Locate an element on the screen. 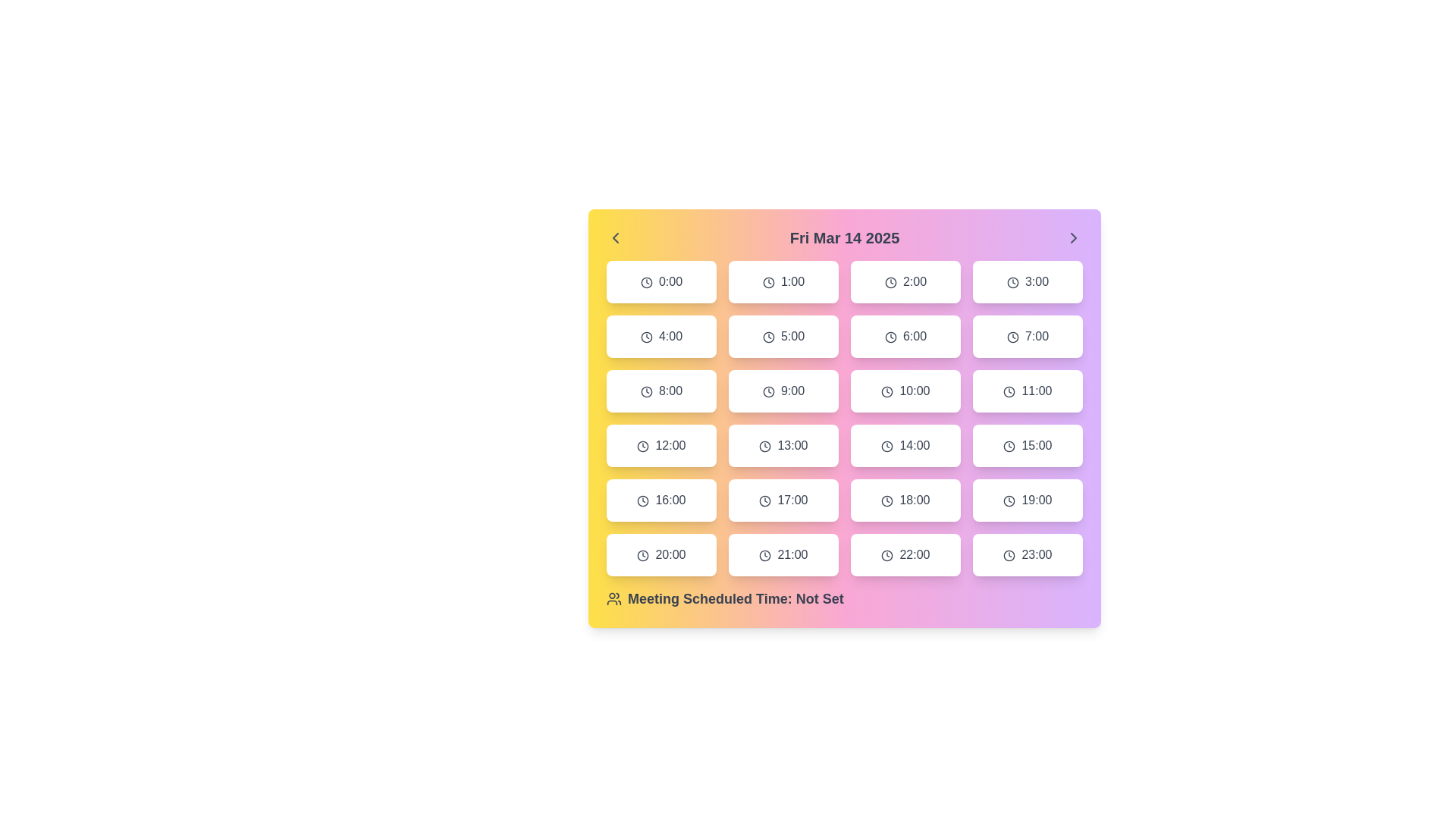 The image size is (1456, 819). the clock icon within the '13:00' button, which is positioned in the fourth column of the second row of the layout grid is located at coordinates (765, 445).